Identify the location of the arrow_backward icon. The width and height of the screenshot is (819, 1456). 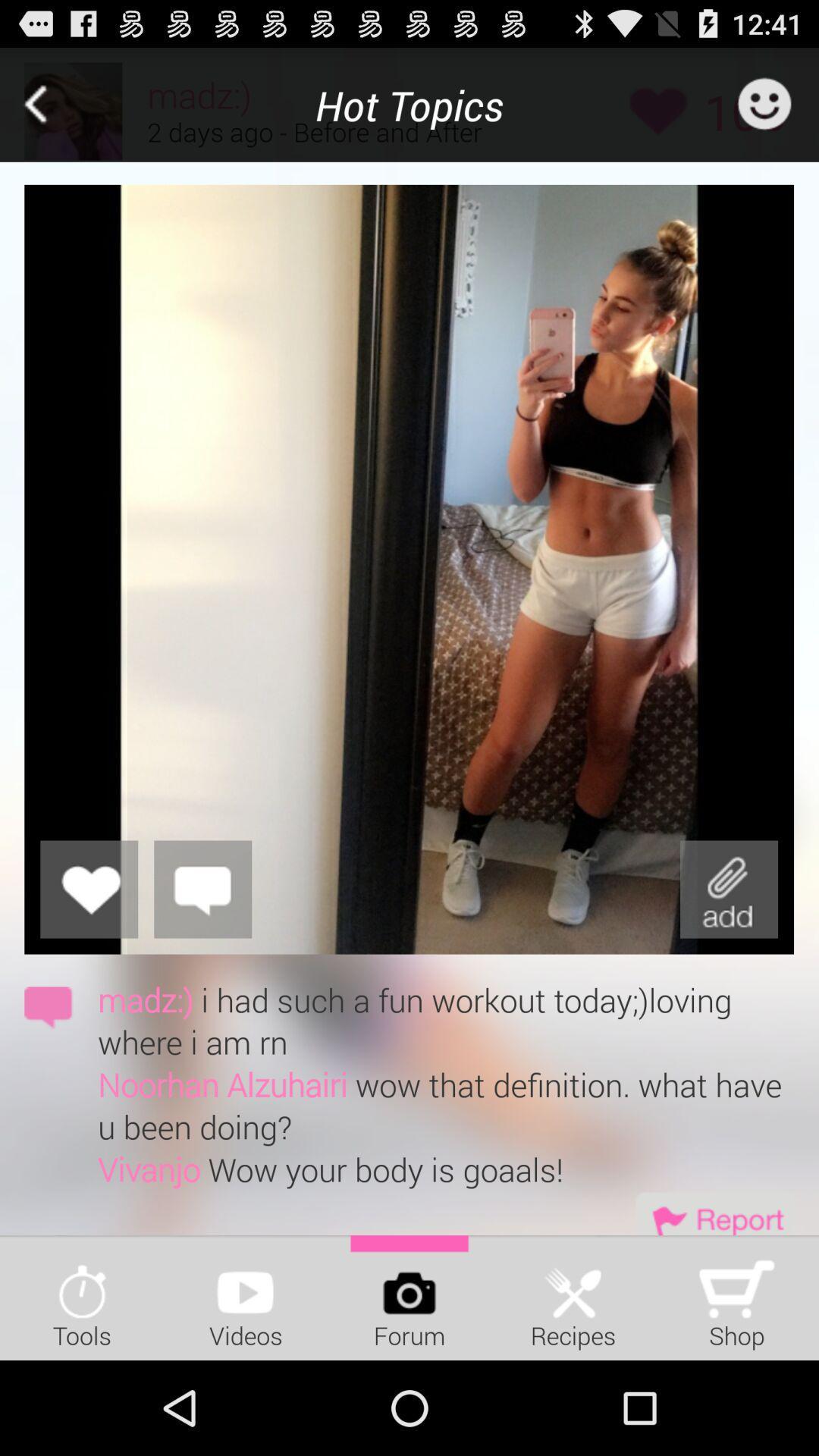
(56, 111).